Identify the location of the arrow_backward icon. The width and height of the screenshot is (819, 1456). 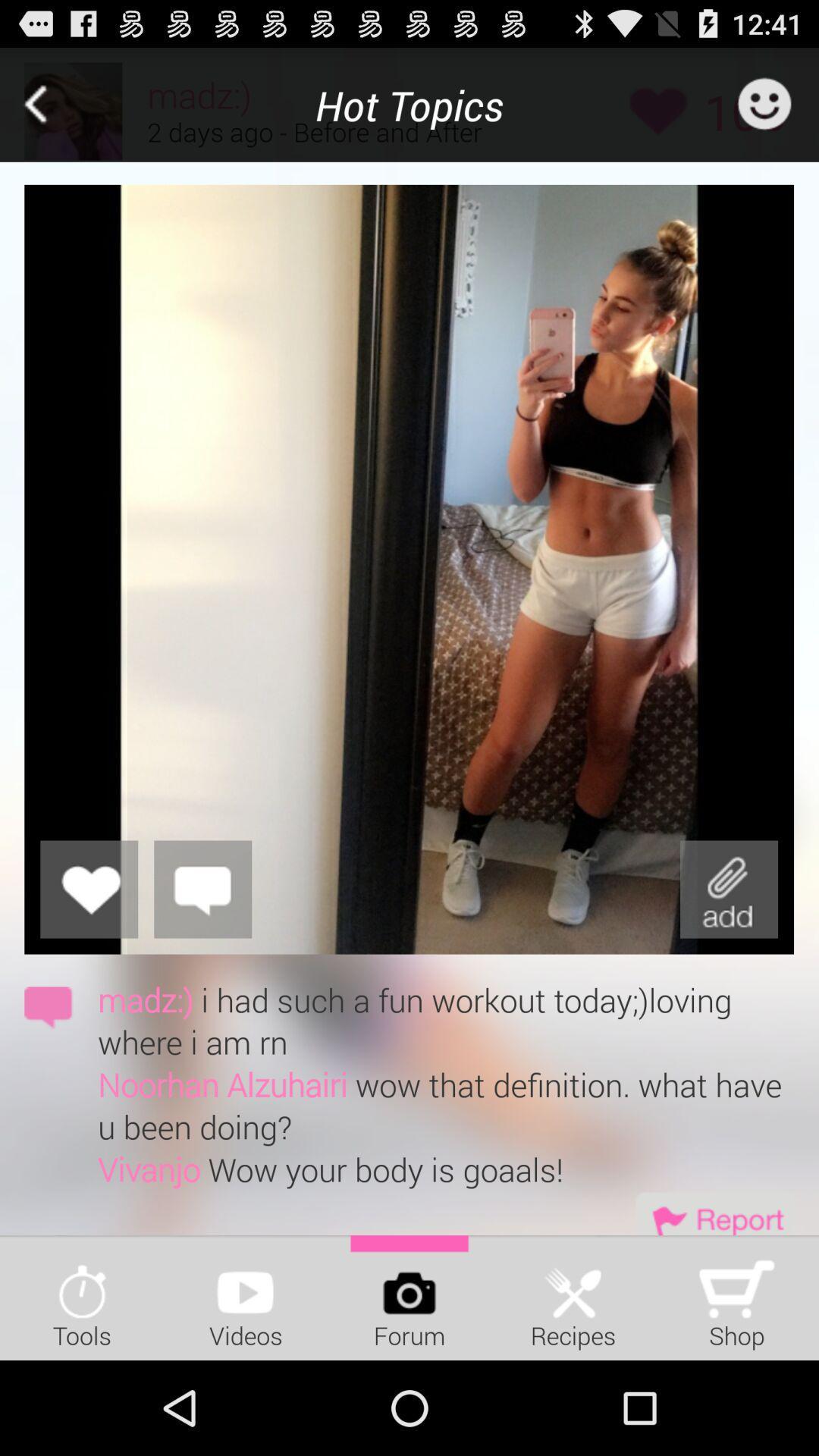
(56, 111).